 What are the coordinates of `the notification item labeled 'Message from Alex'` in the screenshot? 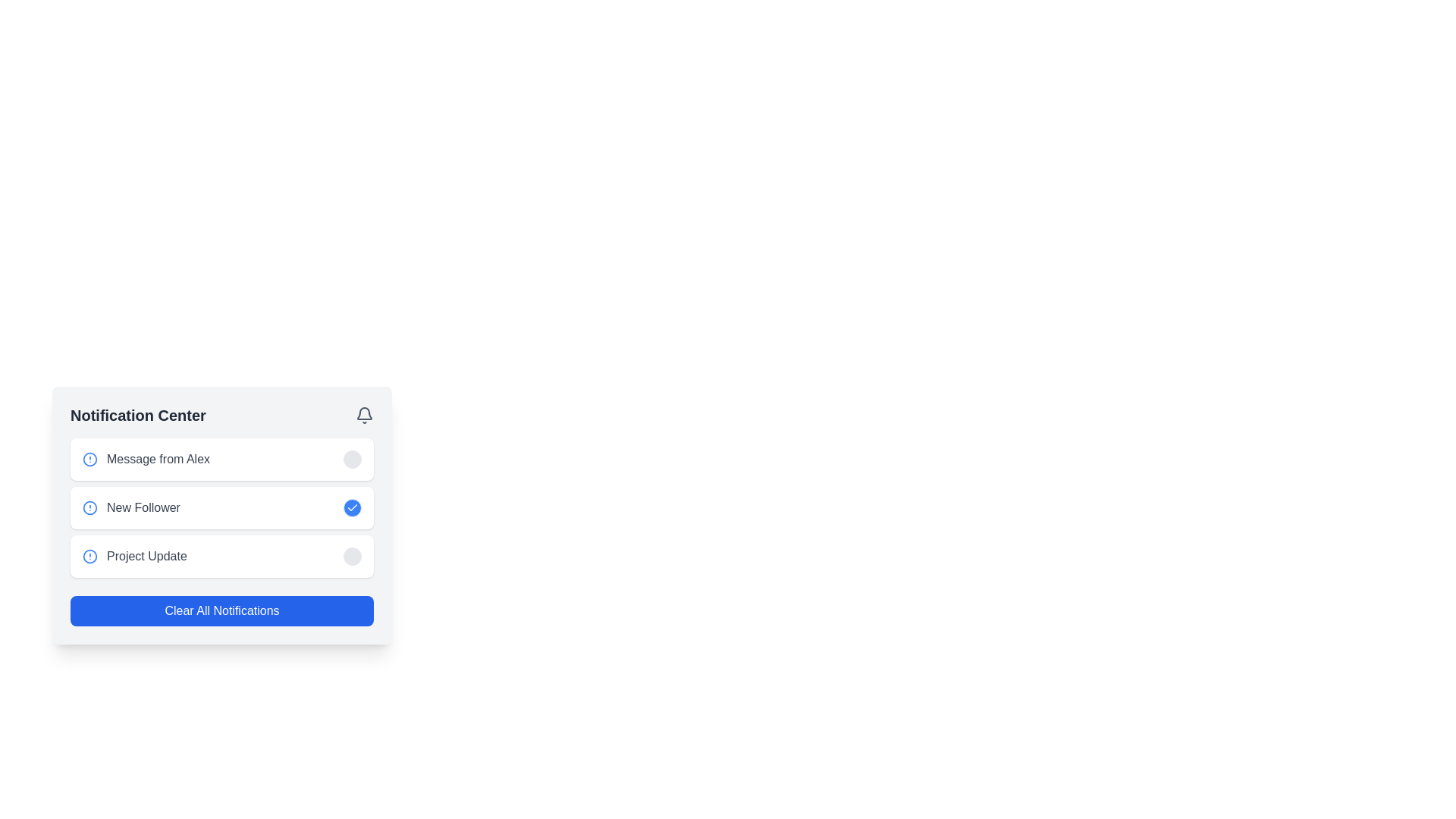 It's located at (146, 458).